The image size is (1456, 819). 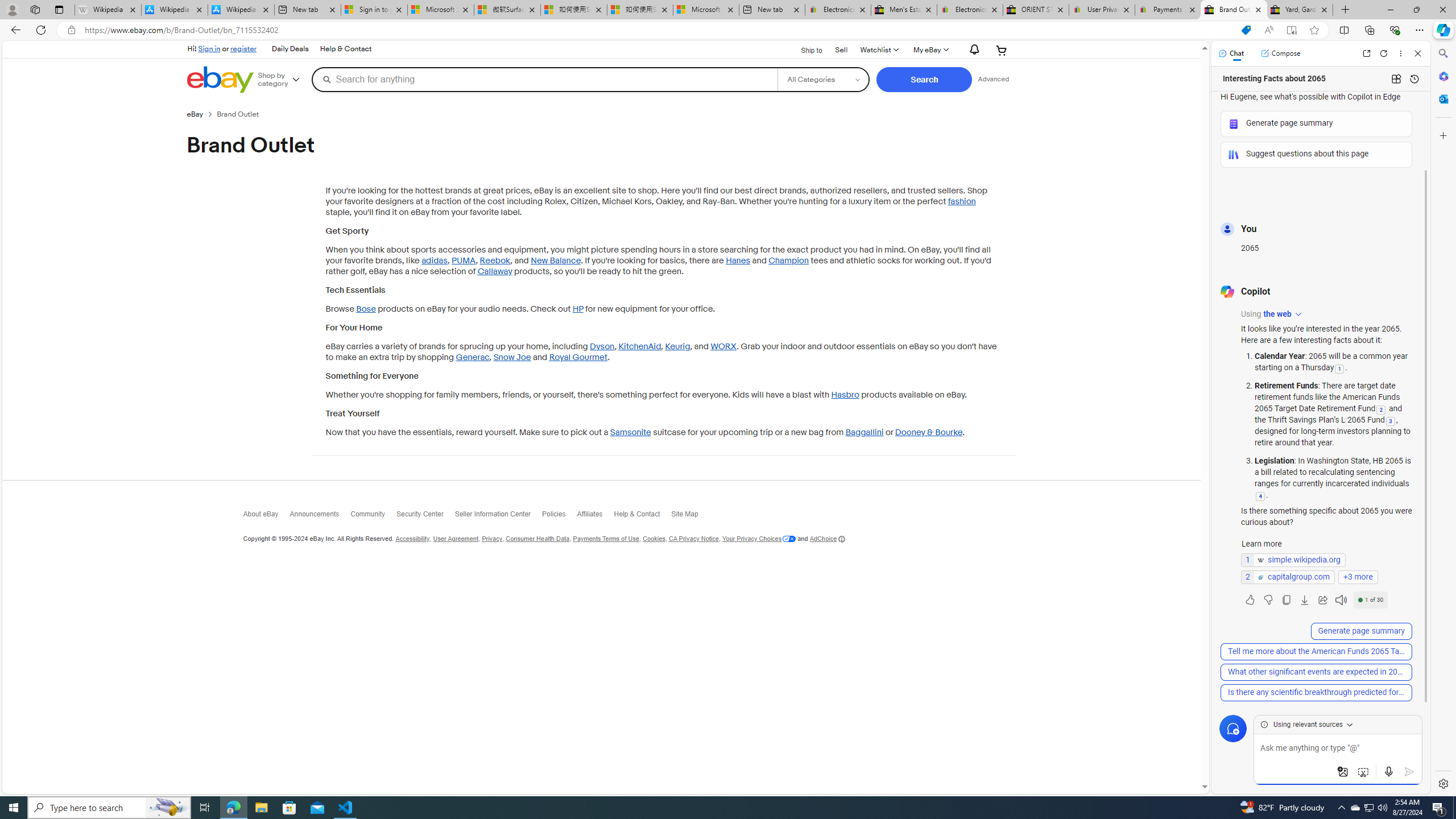 I want to click on 'KitchenAid', so click(x=640, y=346).